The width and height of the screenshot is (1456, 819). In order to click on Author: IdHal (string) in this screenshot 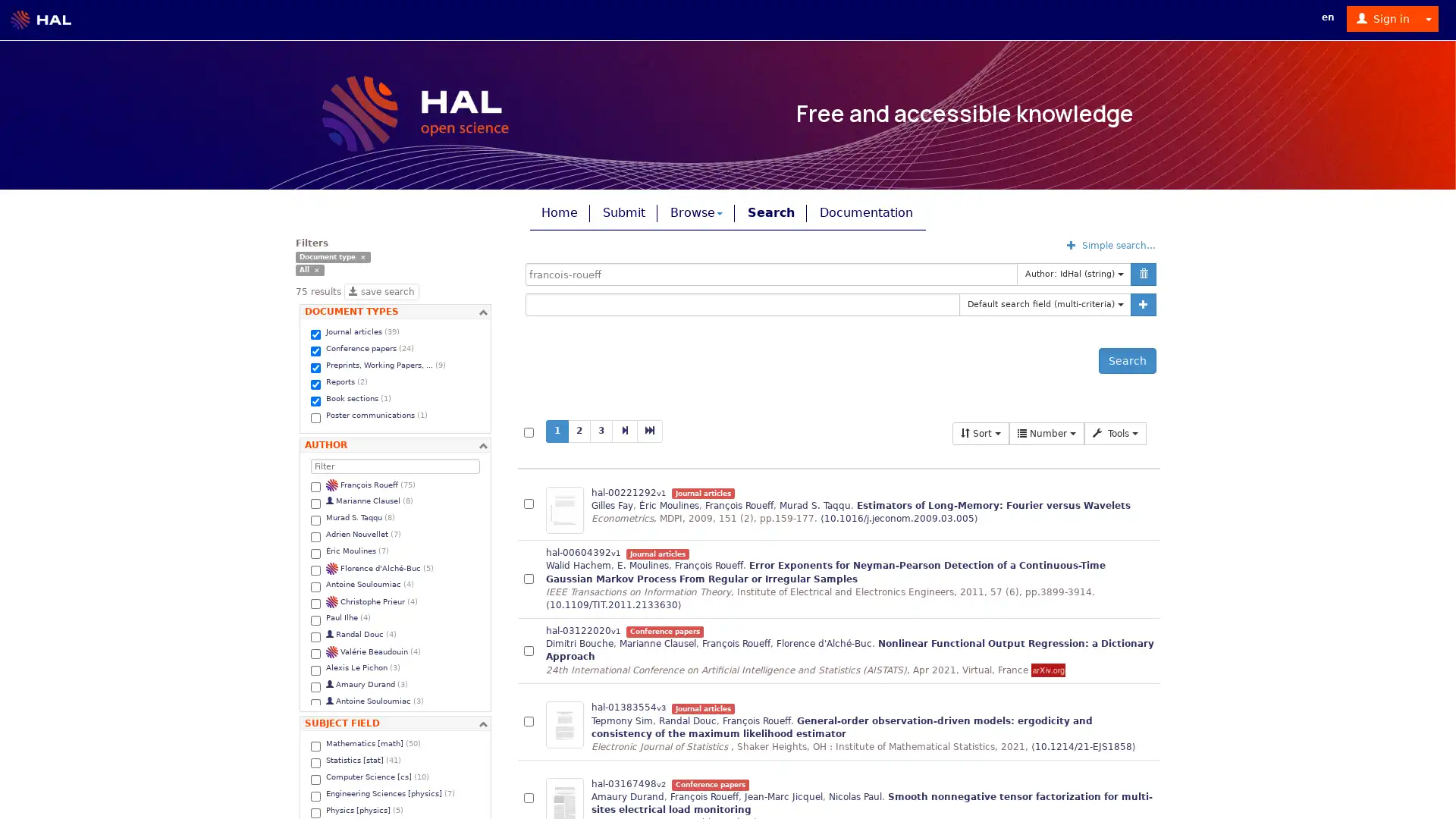, I will do `click(1073, 275)`.